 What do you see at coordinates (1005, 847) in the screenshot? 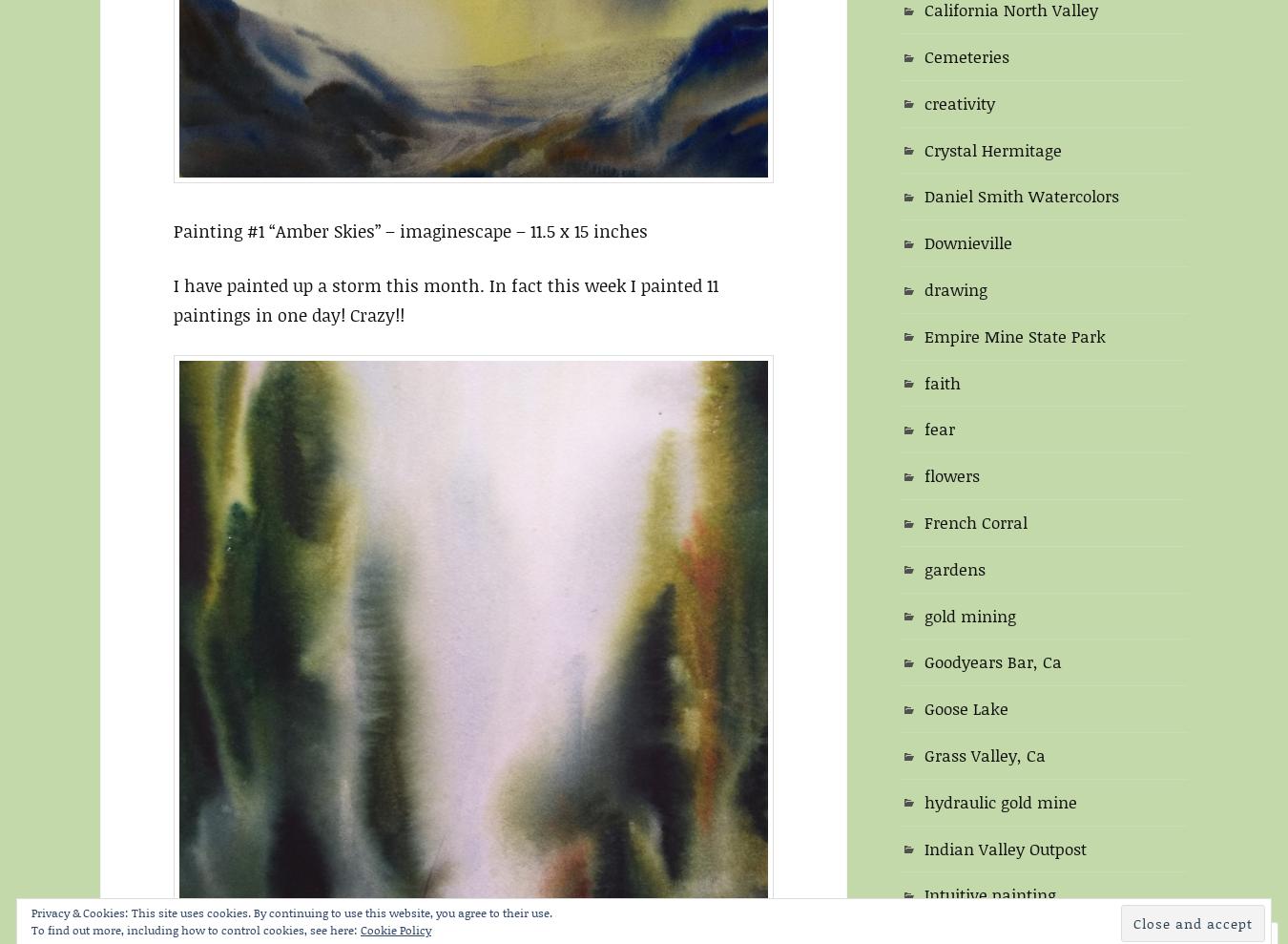
I see `'Indian Valley Outpost'` at bounding box center [1005, 847].